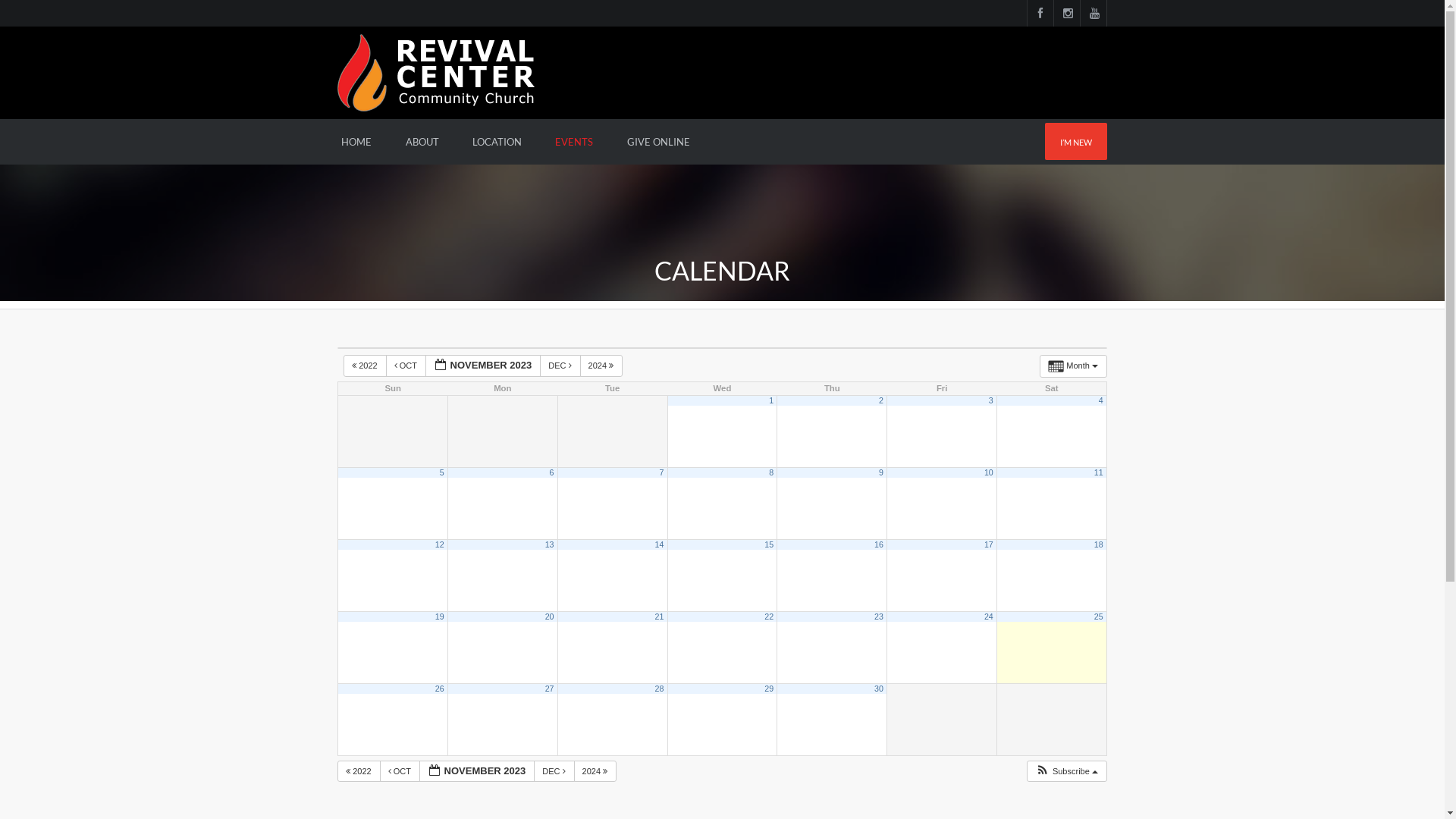 This screenshot has height=819, width=1456. Describe the element at coordinates (989, 472) in the screenshot. I see `'10'` at that location.